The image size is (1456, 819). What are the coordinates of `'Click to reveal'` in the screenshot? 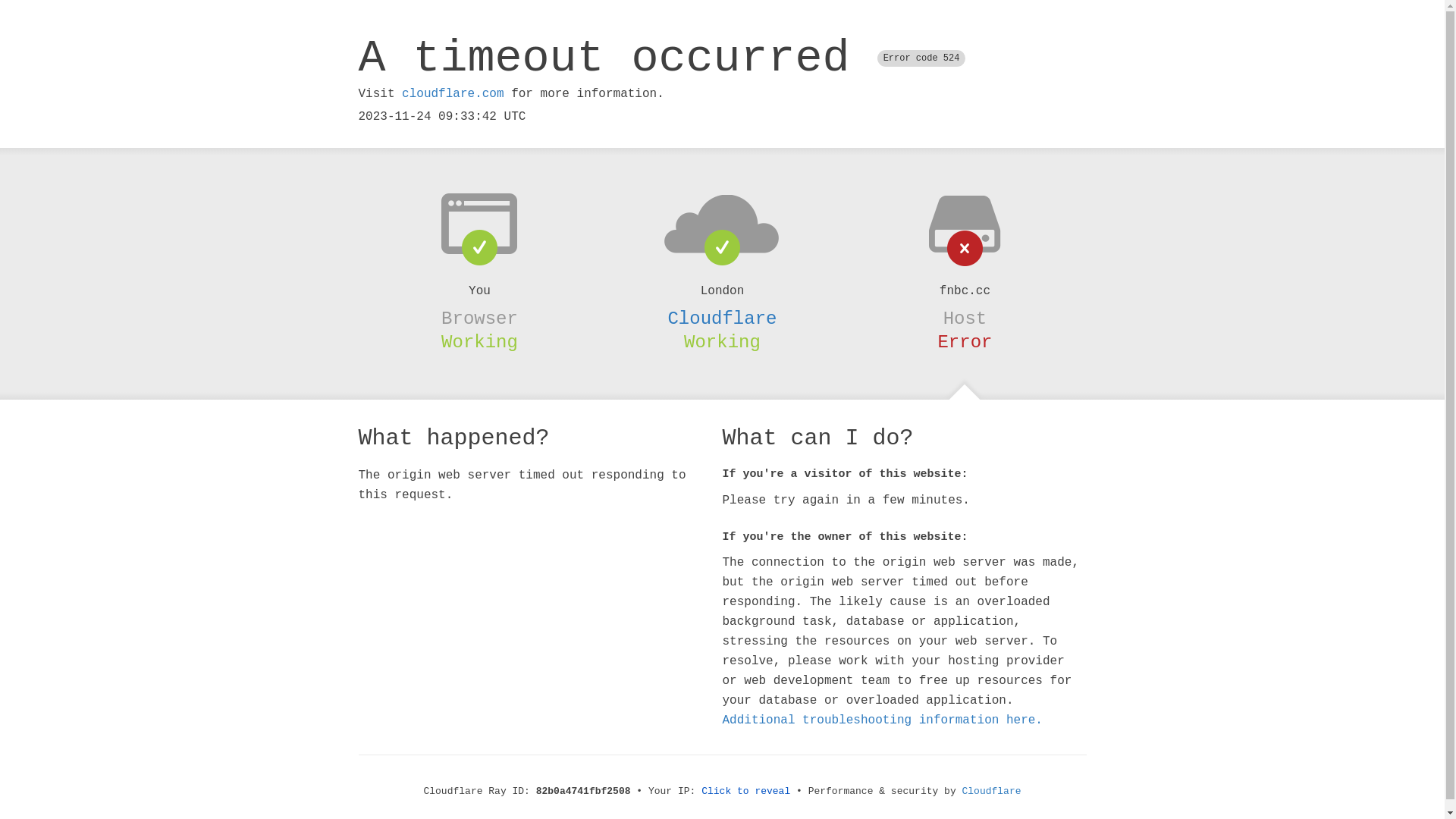 It's located at (745, 790).